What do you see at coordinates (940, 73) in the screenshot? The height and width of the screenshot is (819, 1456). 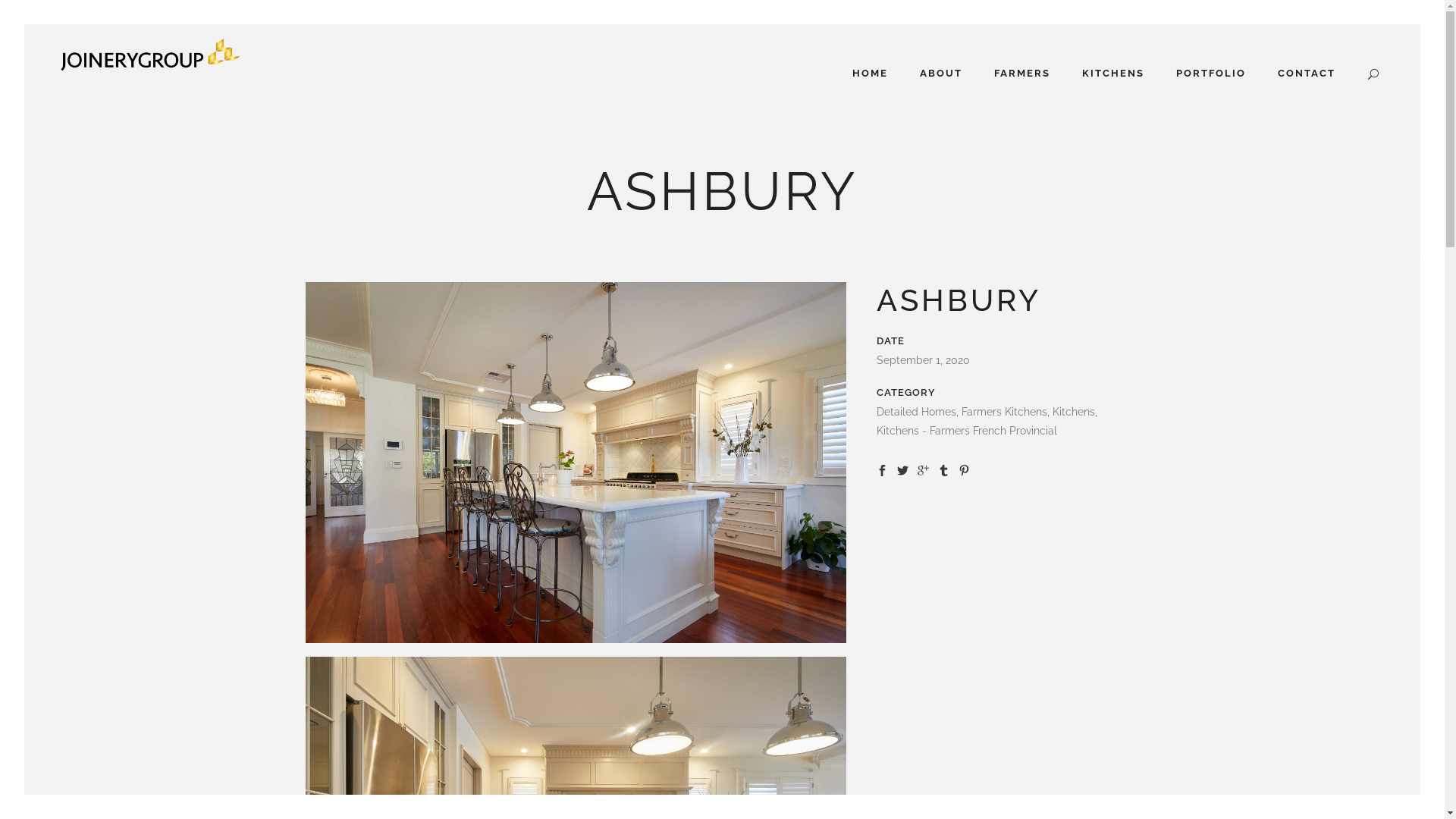 I see `'ABOUT'` at bounding box center [940, 73].